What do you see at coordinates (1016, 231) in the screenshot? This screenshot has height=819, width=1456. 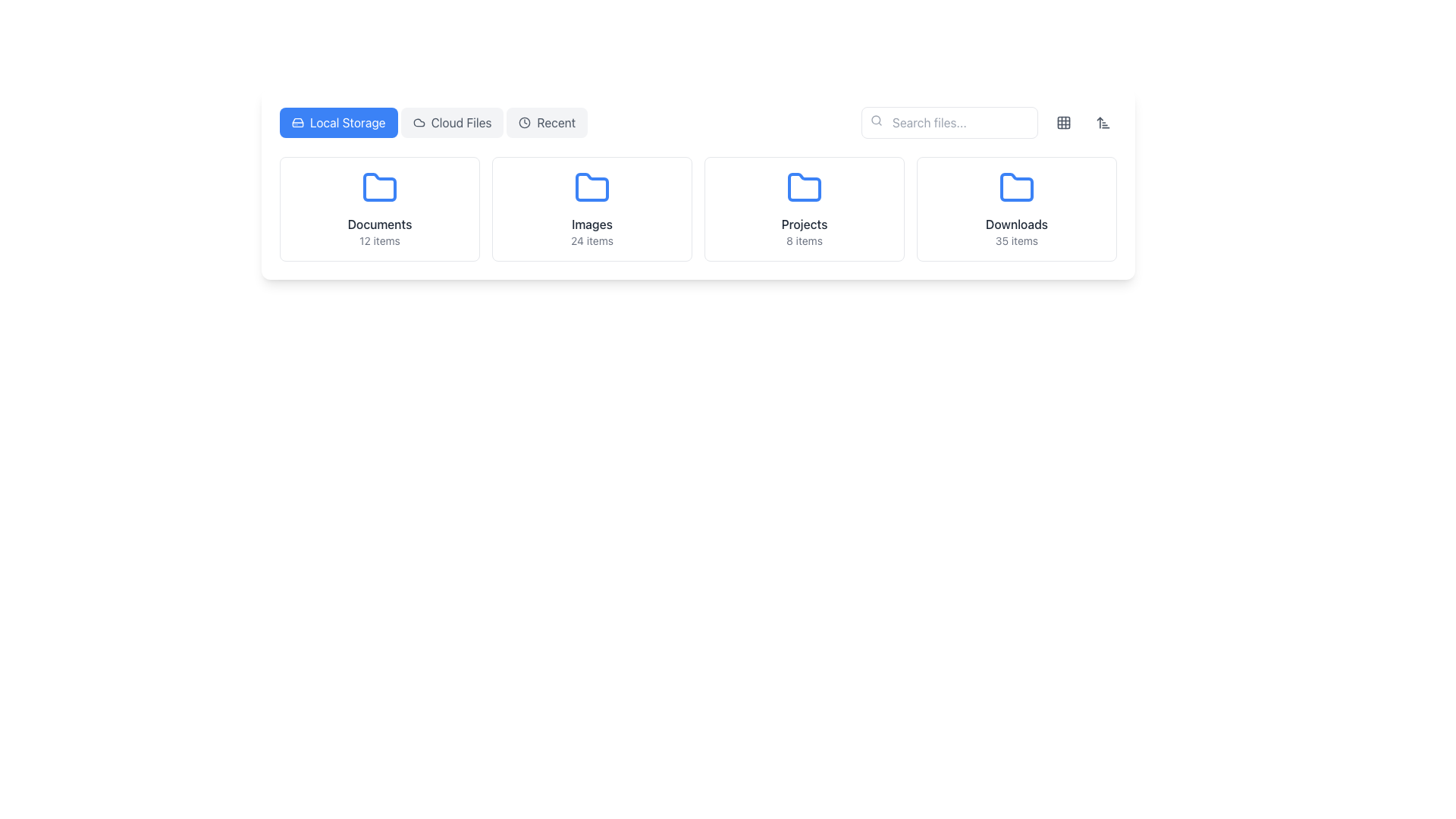 I see `the 'Downloads' folder text label` at bounding box center [1016, 231].